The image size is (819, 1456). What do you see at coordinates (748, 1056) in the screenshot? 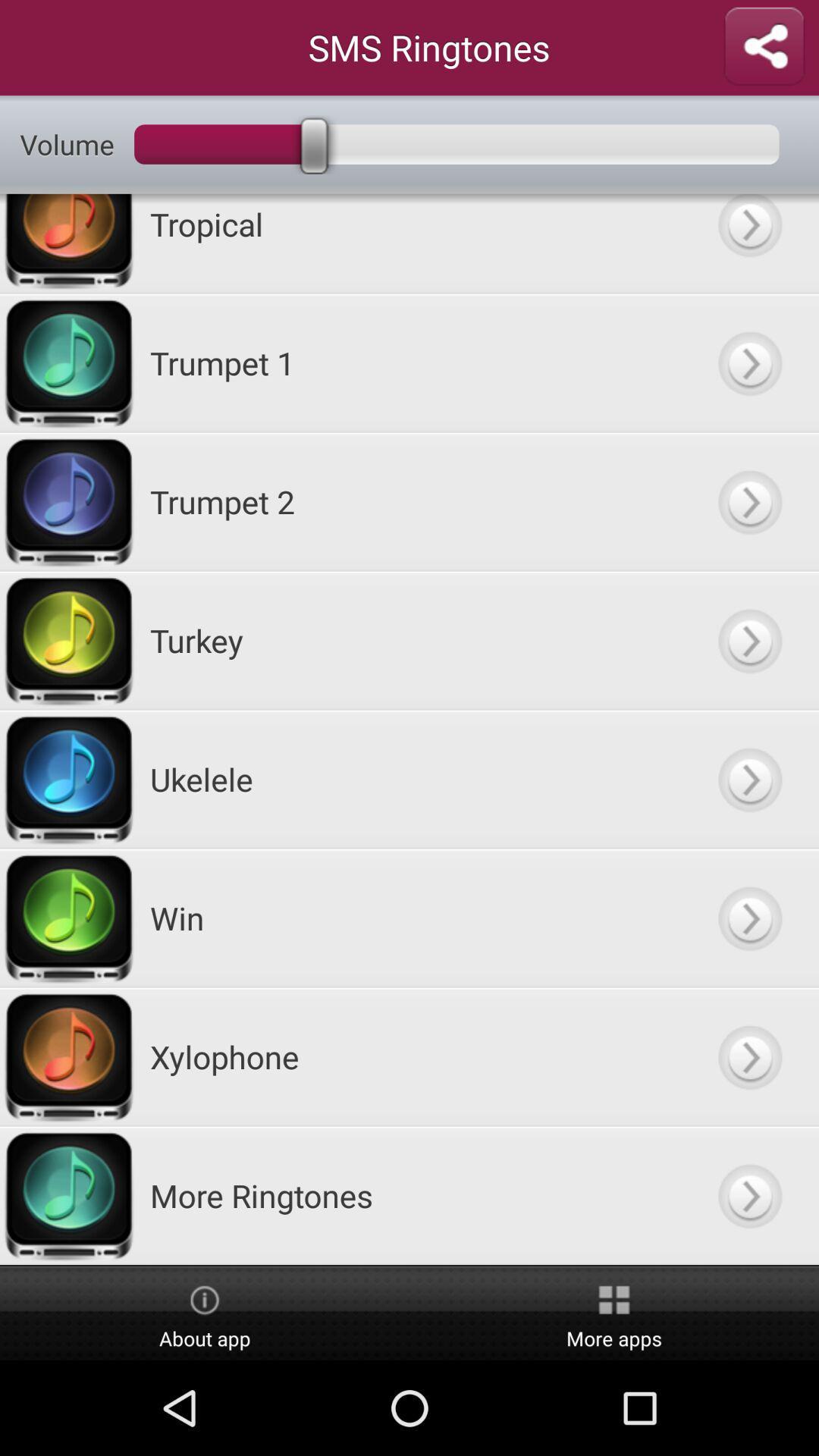
I see `increase` at bounding box center [748, 1056].